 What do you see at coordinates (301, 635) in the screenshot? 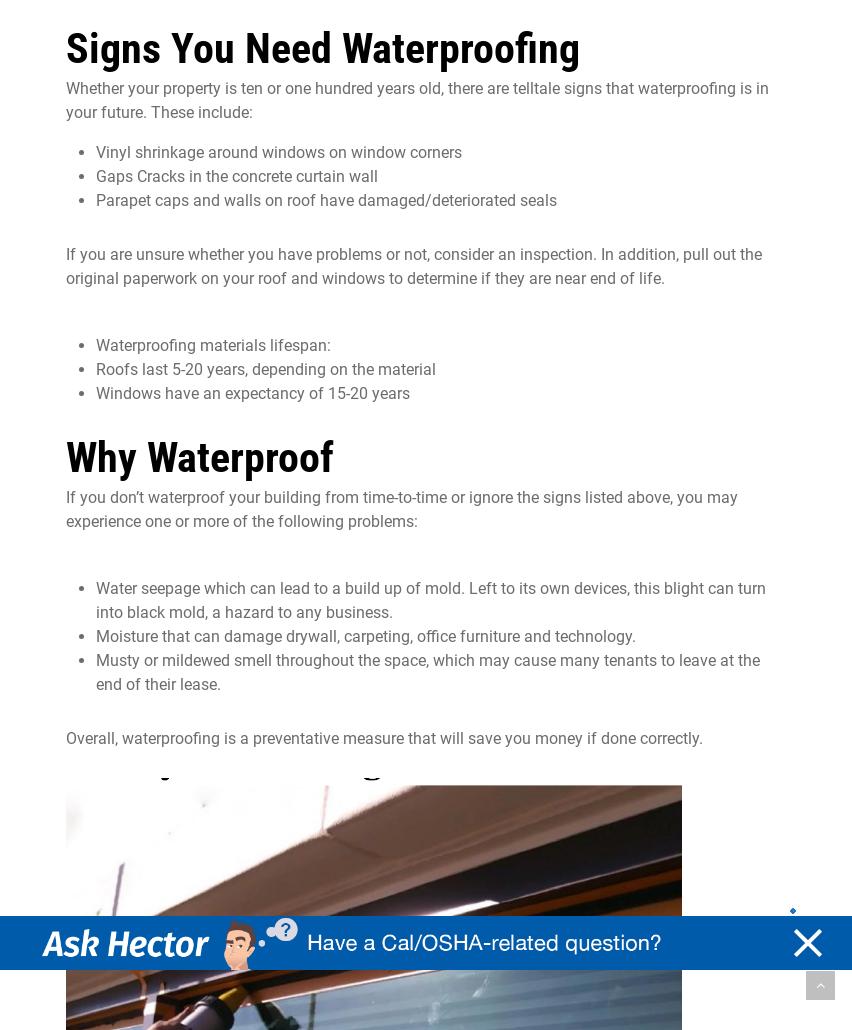
I see `'can damage drywall, carpeting'` at bounding box center [301, 635].